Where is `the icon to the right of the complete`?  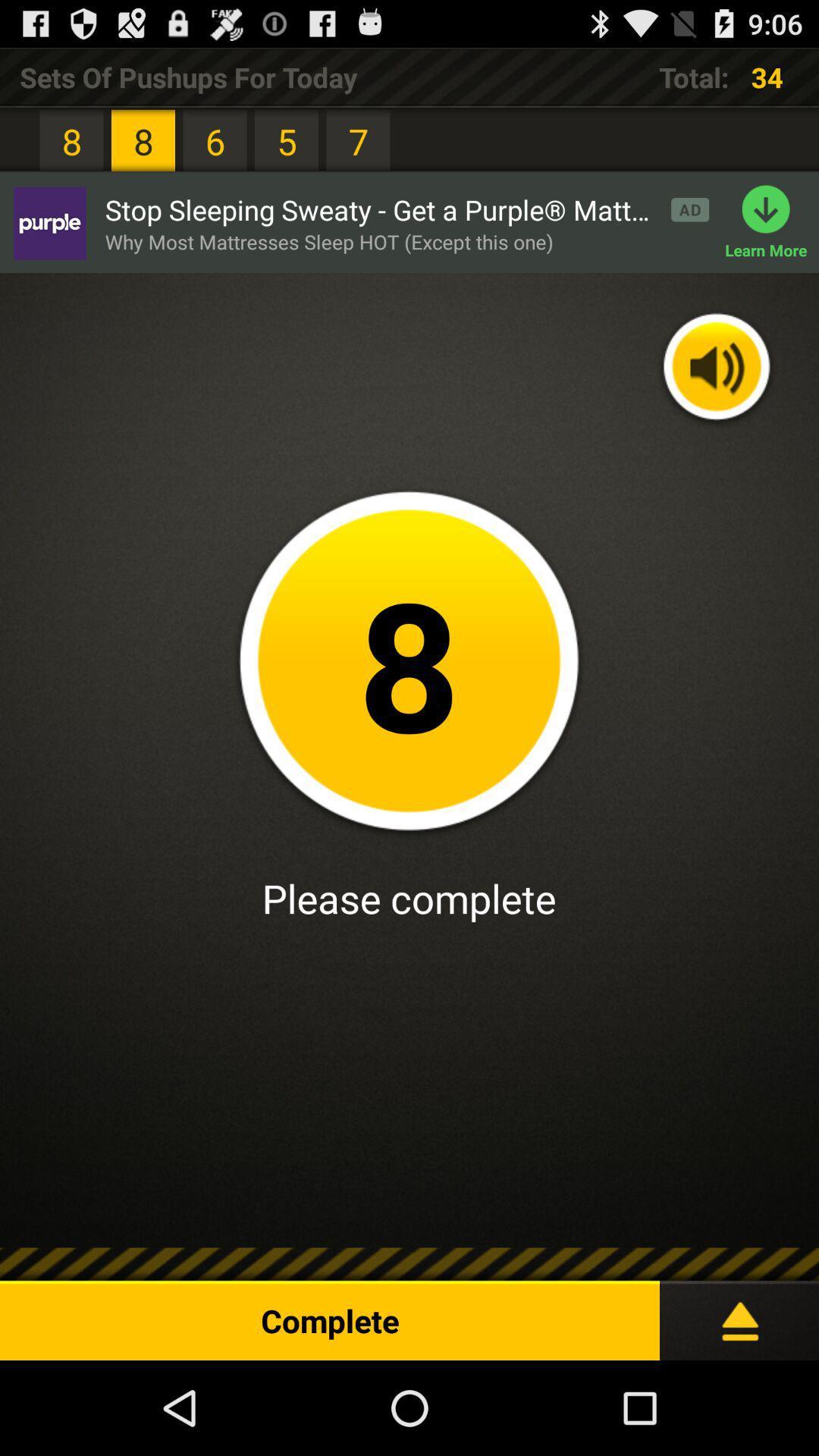
the icon to the right of the complete is located at coordinates (739, 1313).